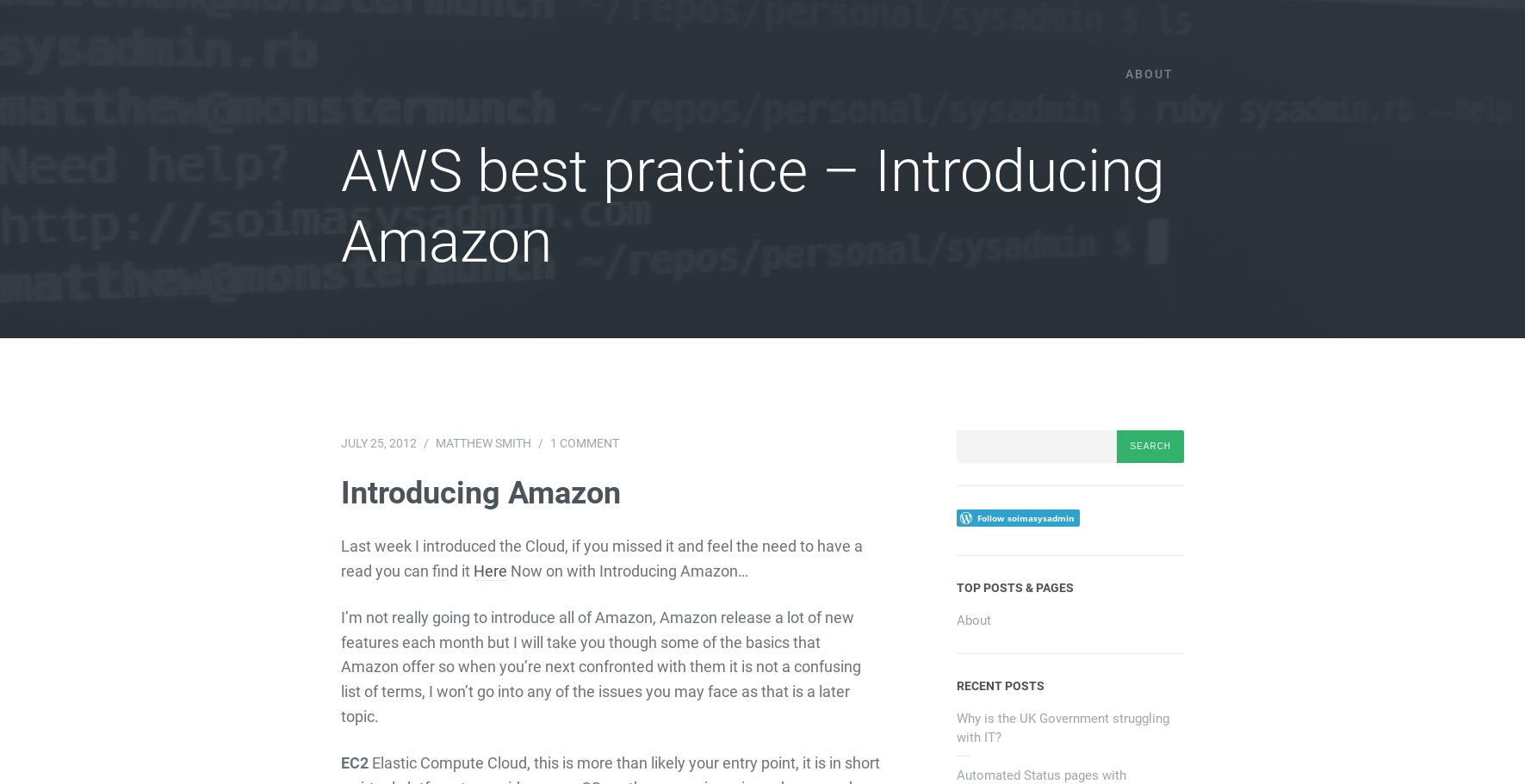  I want to click on 'Why is the UK Government struggling with IT?', so click(1062, 727).